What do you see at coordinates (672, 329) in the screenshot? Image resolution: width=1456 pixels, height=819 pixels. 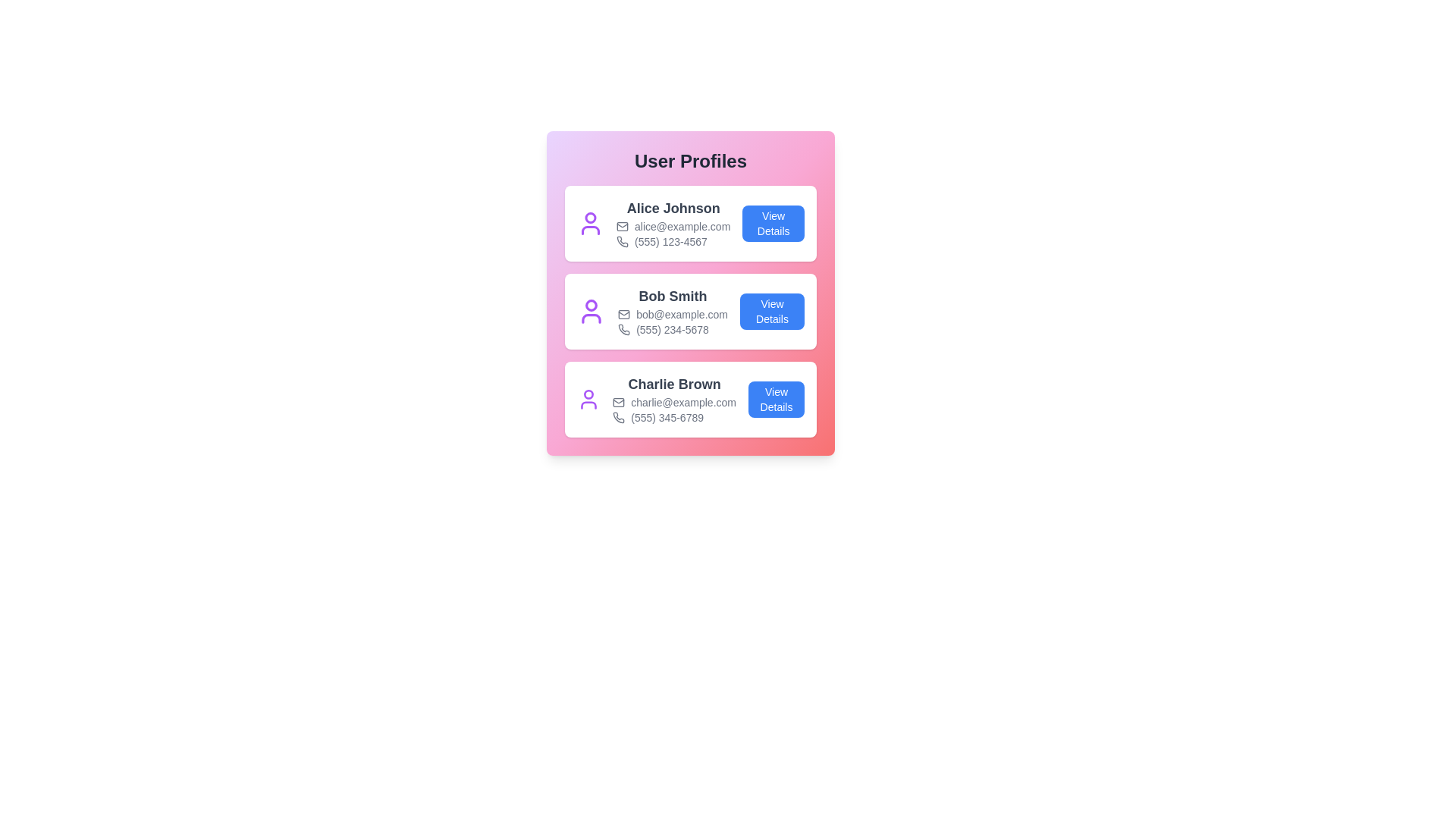 I see `the text content of phone for user Bob Smith` at bounding box center [672, 329].